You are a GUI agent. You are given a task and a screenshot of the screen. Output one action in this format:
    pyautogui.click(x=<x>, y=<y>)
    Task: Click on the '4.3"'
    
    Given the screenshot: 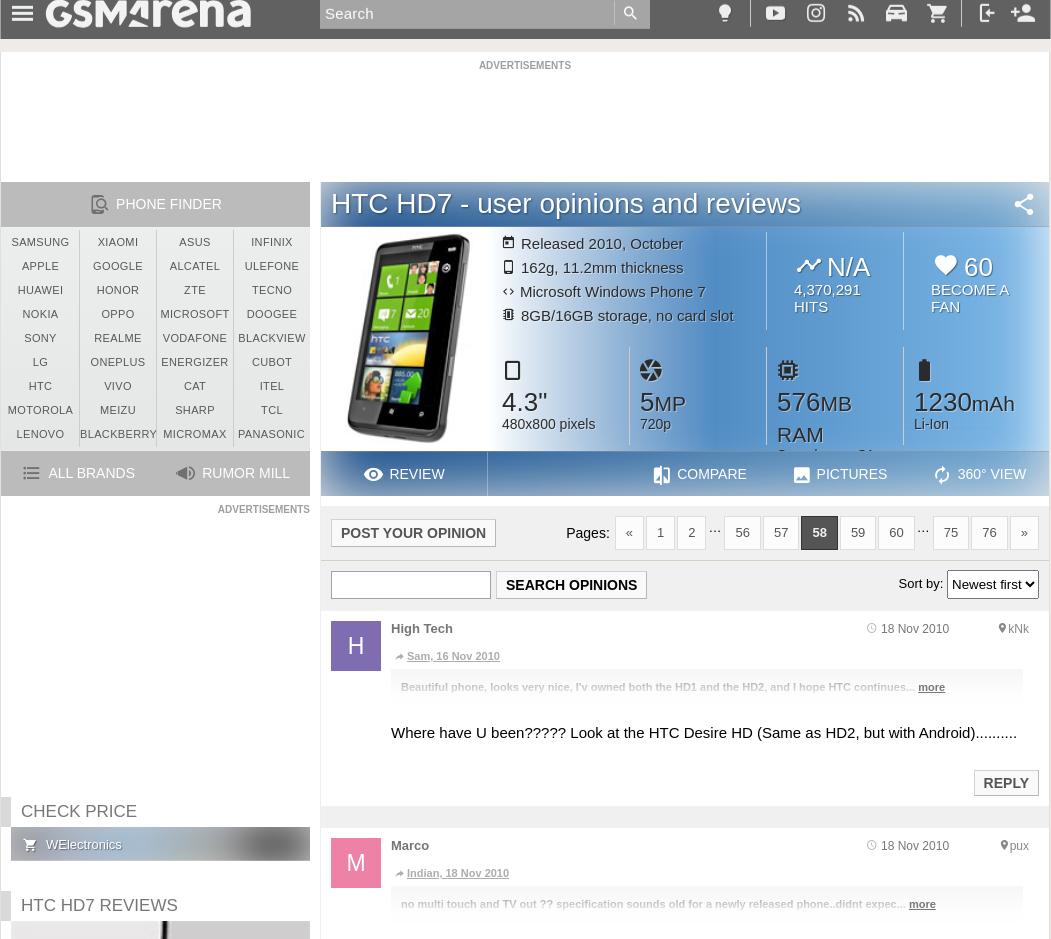 What is the action you would take?
    pyautogui.click(x=524, y=400)
    